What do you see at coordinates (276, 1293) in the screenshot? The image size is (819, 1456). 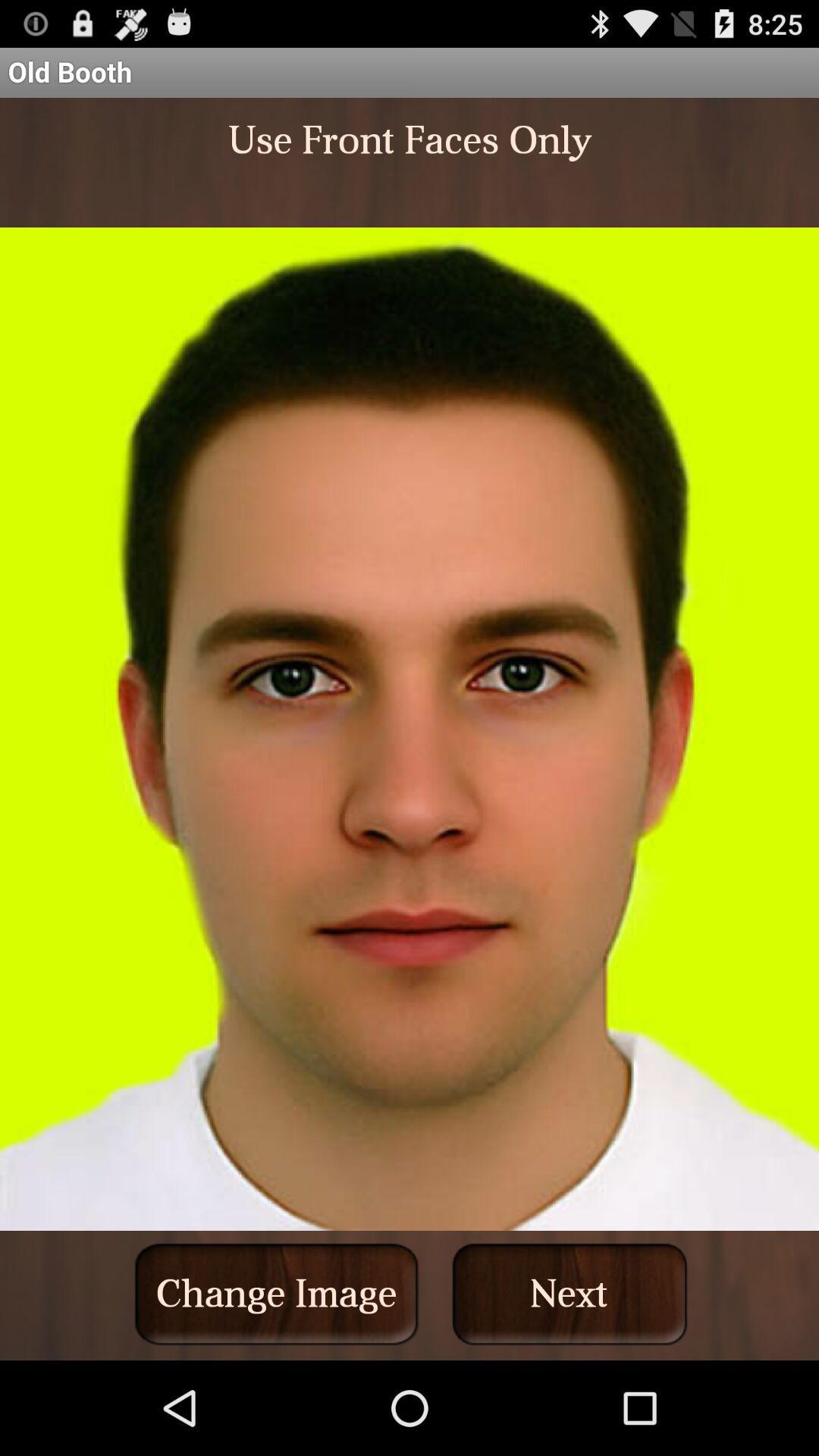 I see `the icon at the bottom` at bounding box center [276, 1293].